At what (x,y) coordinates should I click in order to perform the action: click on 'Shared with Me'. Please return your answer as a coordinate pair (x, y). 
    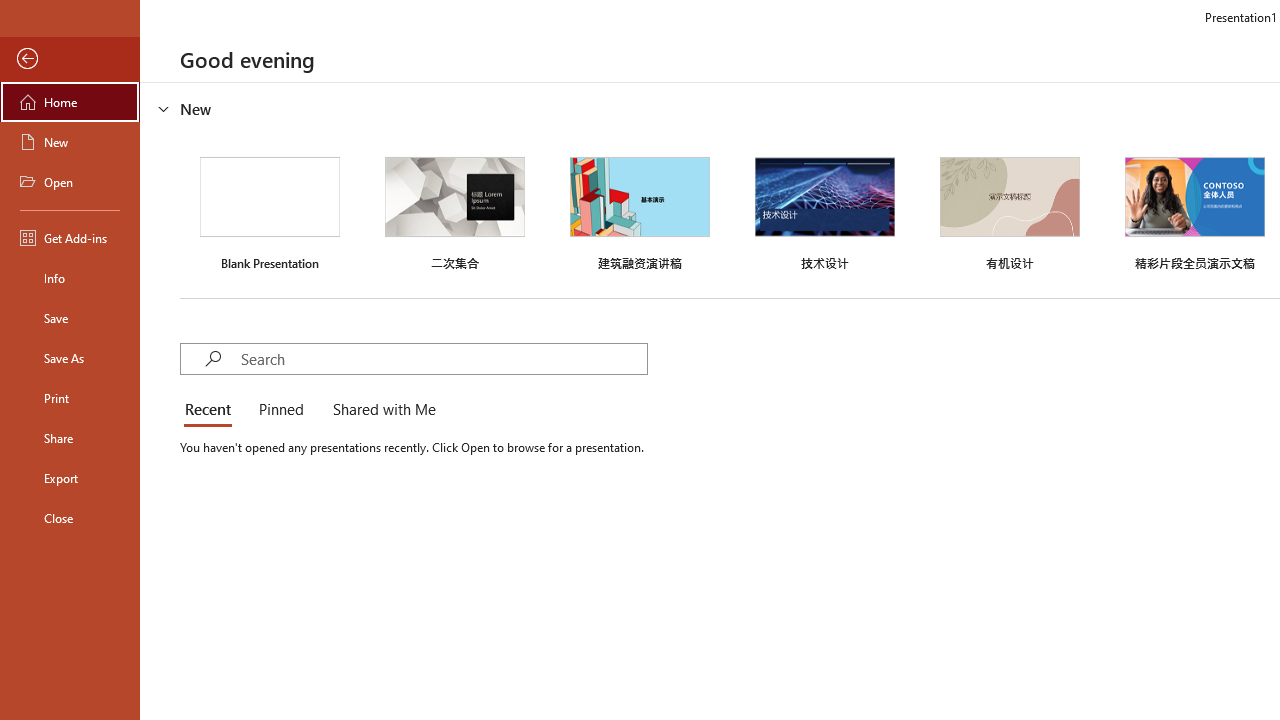
    Looking at the image, I should click on (380, 410).